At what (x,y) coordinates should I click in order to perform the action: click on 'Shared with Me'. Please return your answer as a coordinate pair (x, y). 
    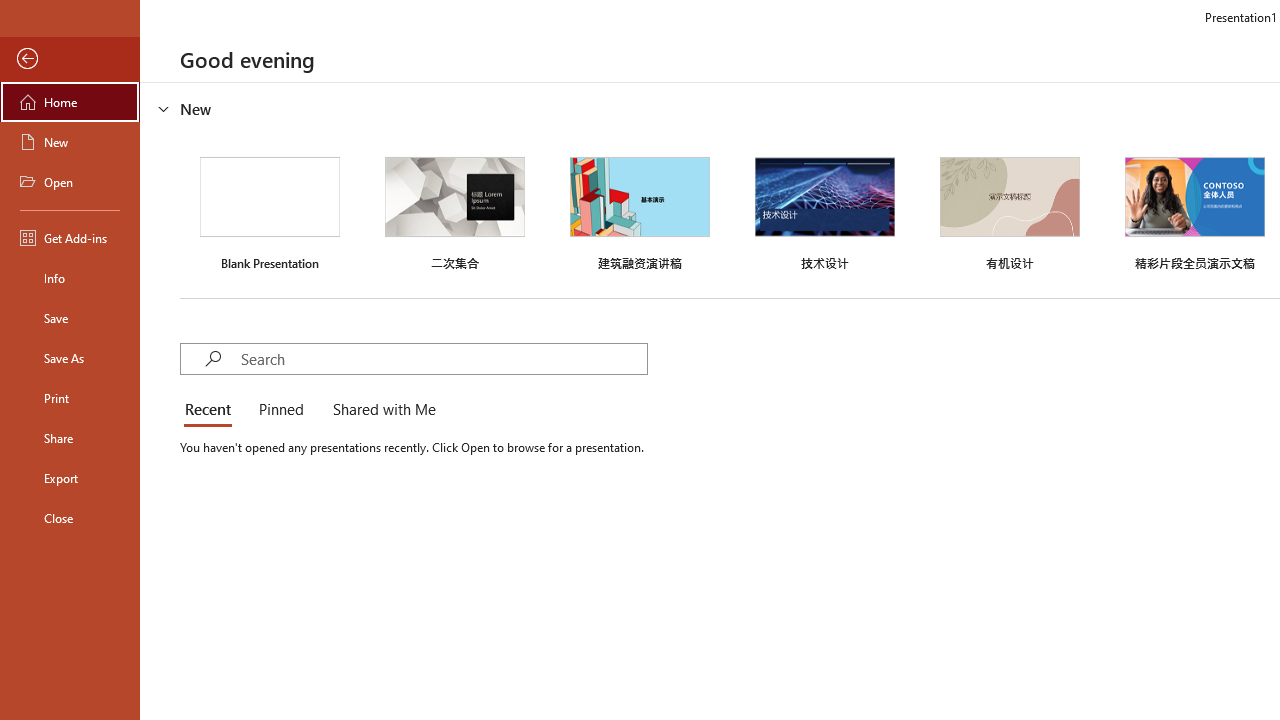
    Looking at the image, I should click on (380, 410).